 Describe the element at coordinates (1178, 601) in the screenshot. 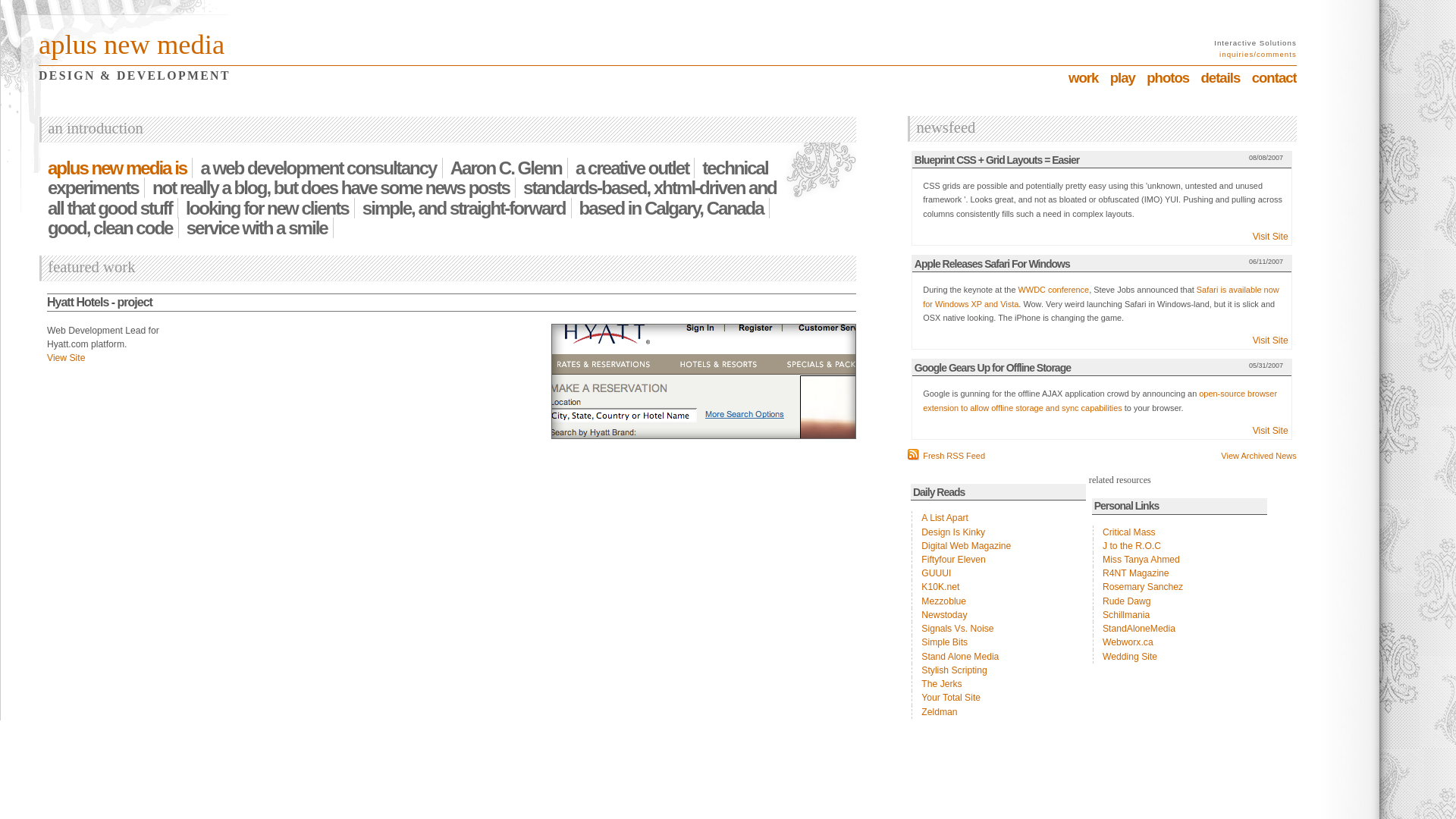

I see `'Rude Dawg'` at that location.